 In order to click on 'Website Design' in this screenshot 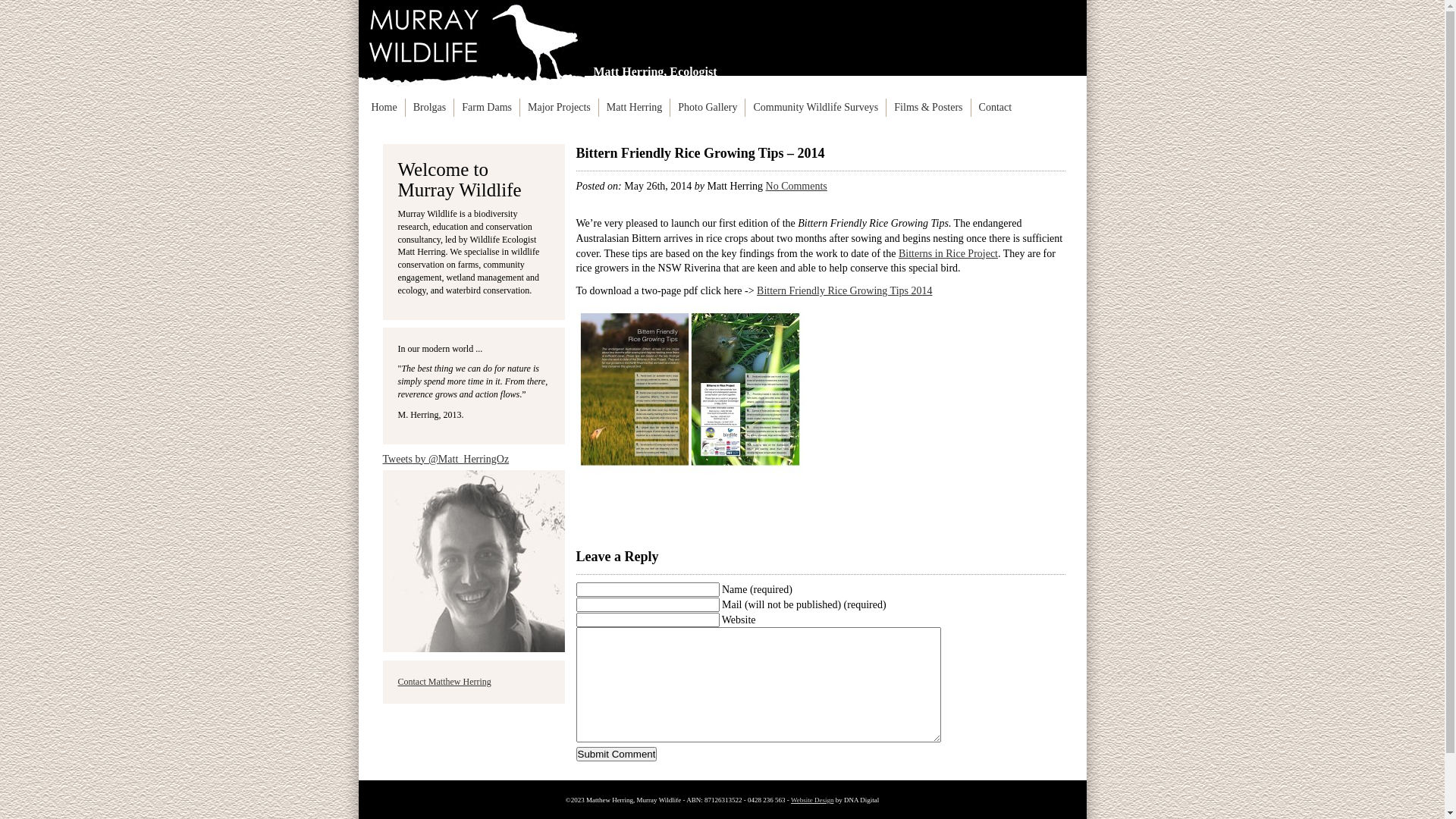, I will do `click(811, 799)`.